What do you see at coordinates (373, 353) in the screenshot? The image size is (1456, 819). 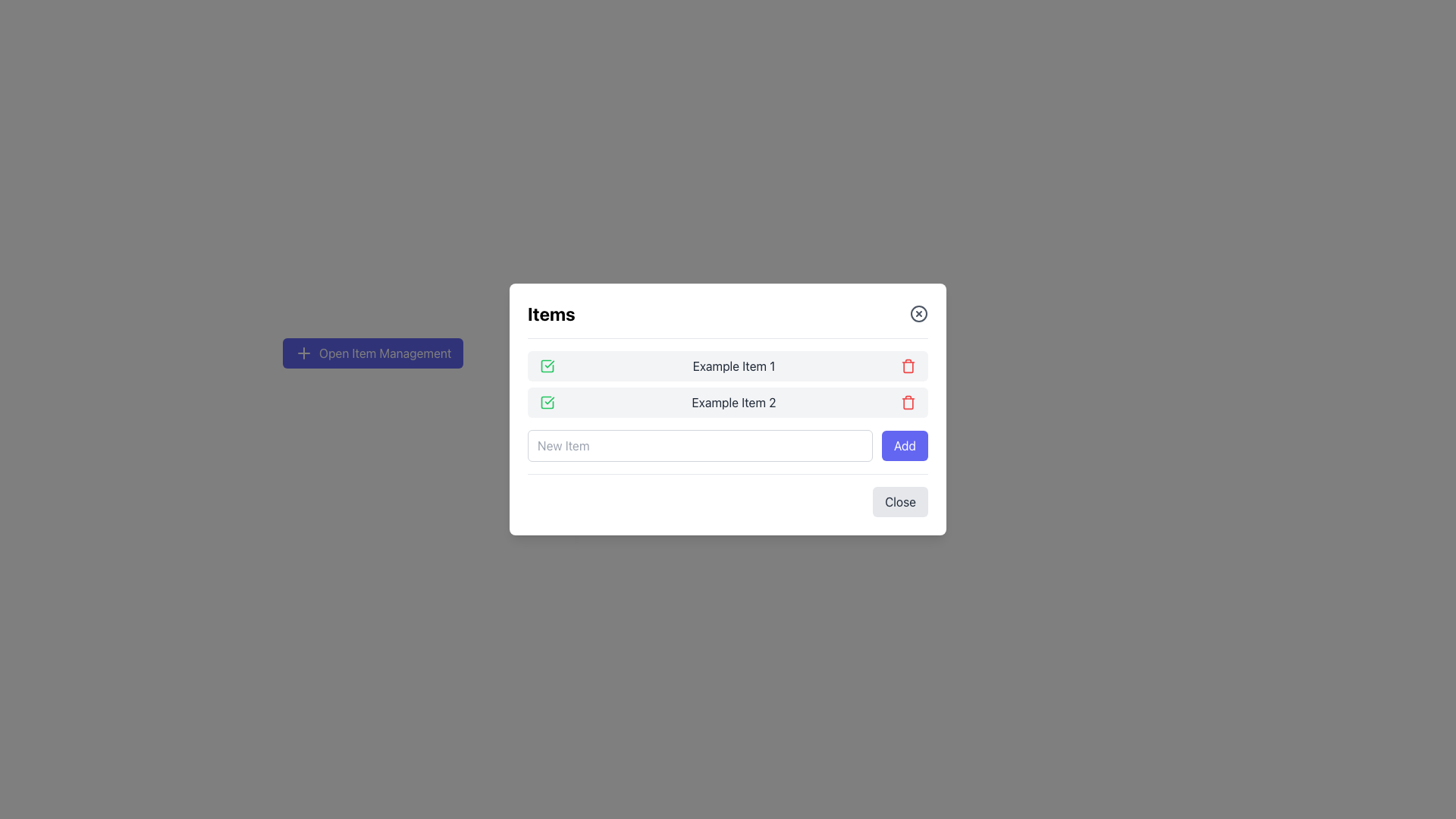 I see `the management button located to the left of the 'Items' panel` at bounding box center [373, 353].